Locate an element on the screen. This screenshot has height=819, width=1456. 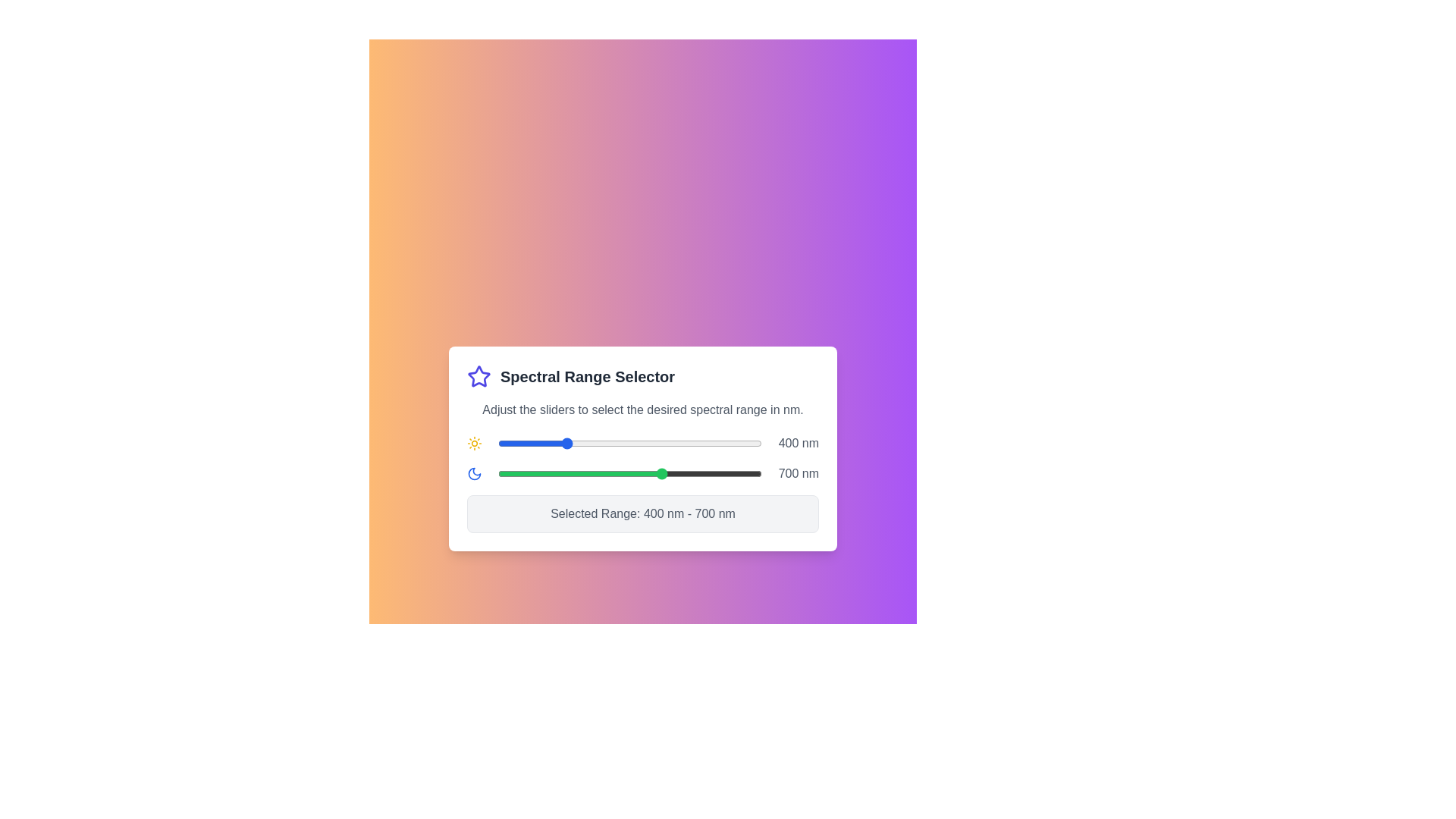
the start slider to set the lower limit of the spectral range to 975 nm is located at coordinates (754, 444).